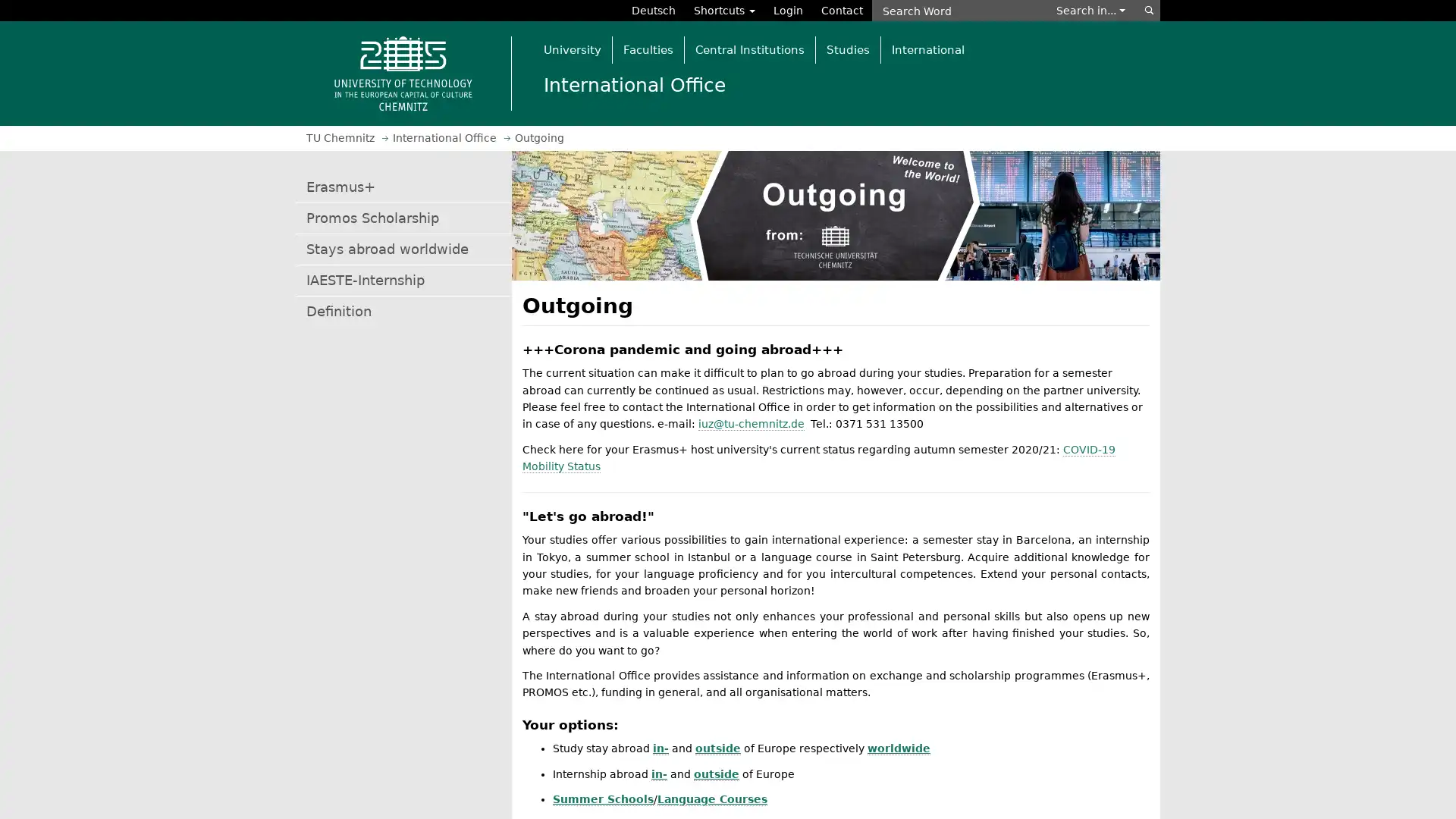  Describe the element at coordinates (927, 49) in the screenshot. I see `International` at that location.